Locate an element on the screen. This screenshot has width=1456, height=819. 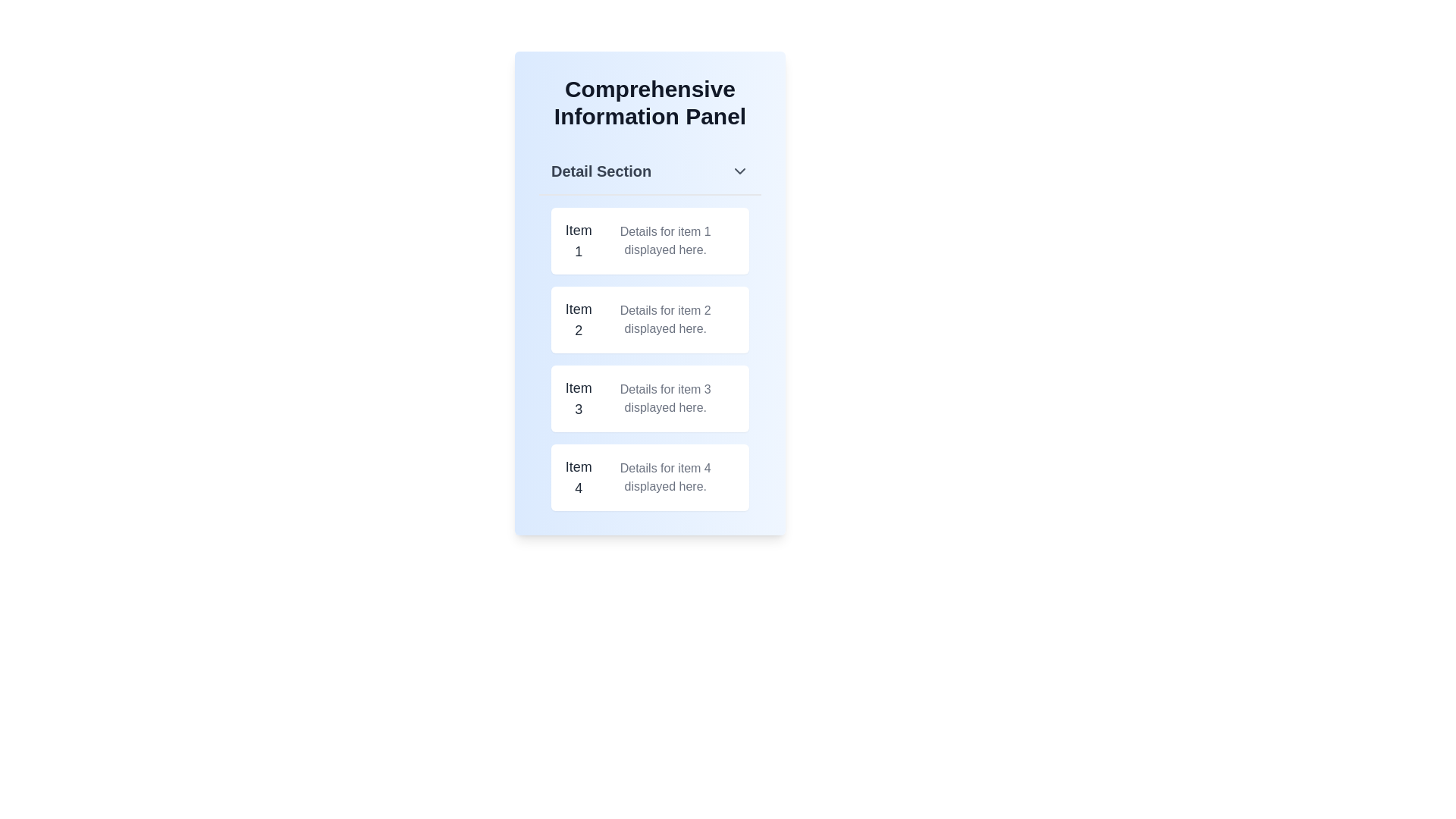
text content of the gray text label displaying 'Details for item 4 displayed here.', which is located on the right side of the label 'Item 4' in the fourth item row of the list is located at coordinates (665, 476).